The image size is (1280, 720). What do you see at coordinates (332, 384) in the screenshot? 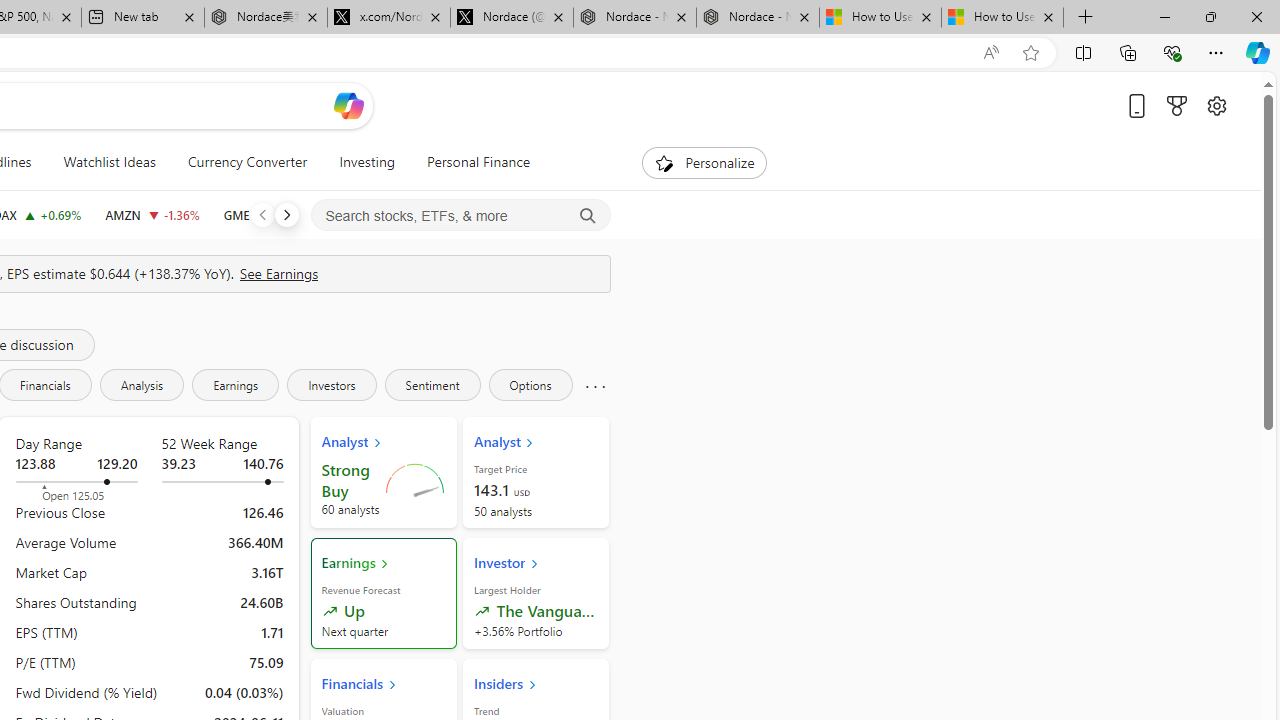
I see `'Investors'` at bounding box center [332, 384].